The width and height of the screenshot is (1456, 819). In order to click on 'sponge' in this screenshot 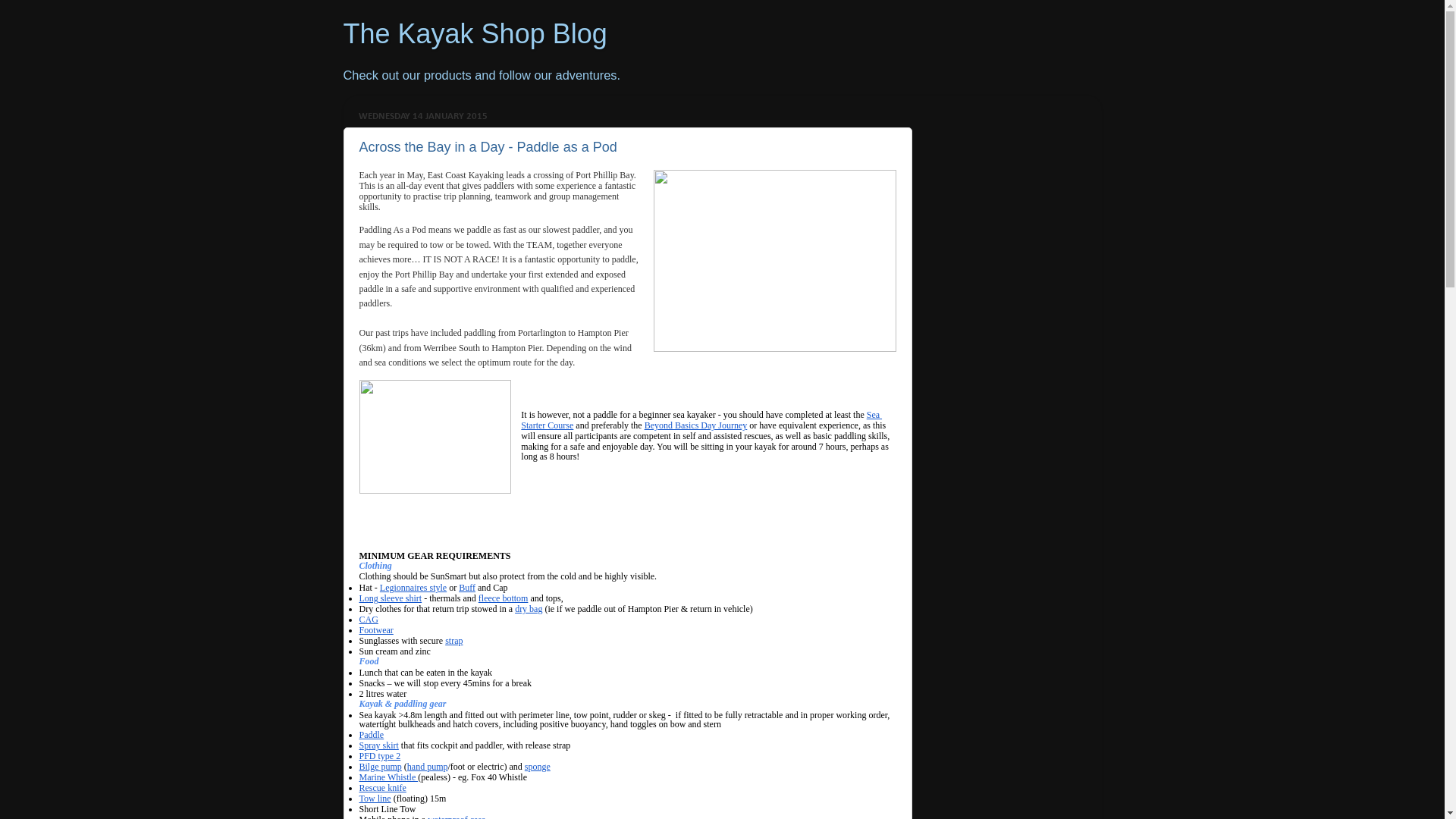, I will do `click(538, 766)`.